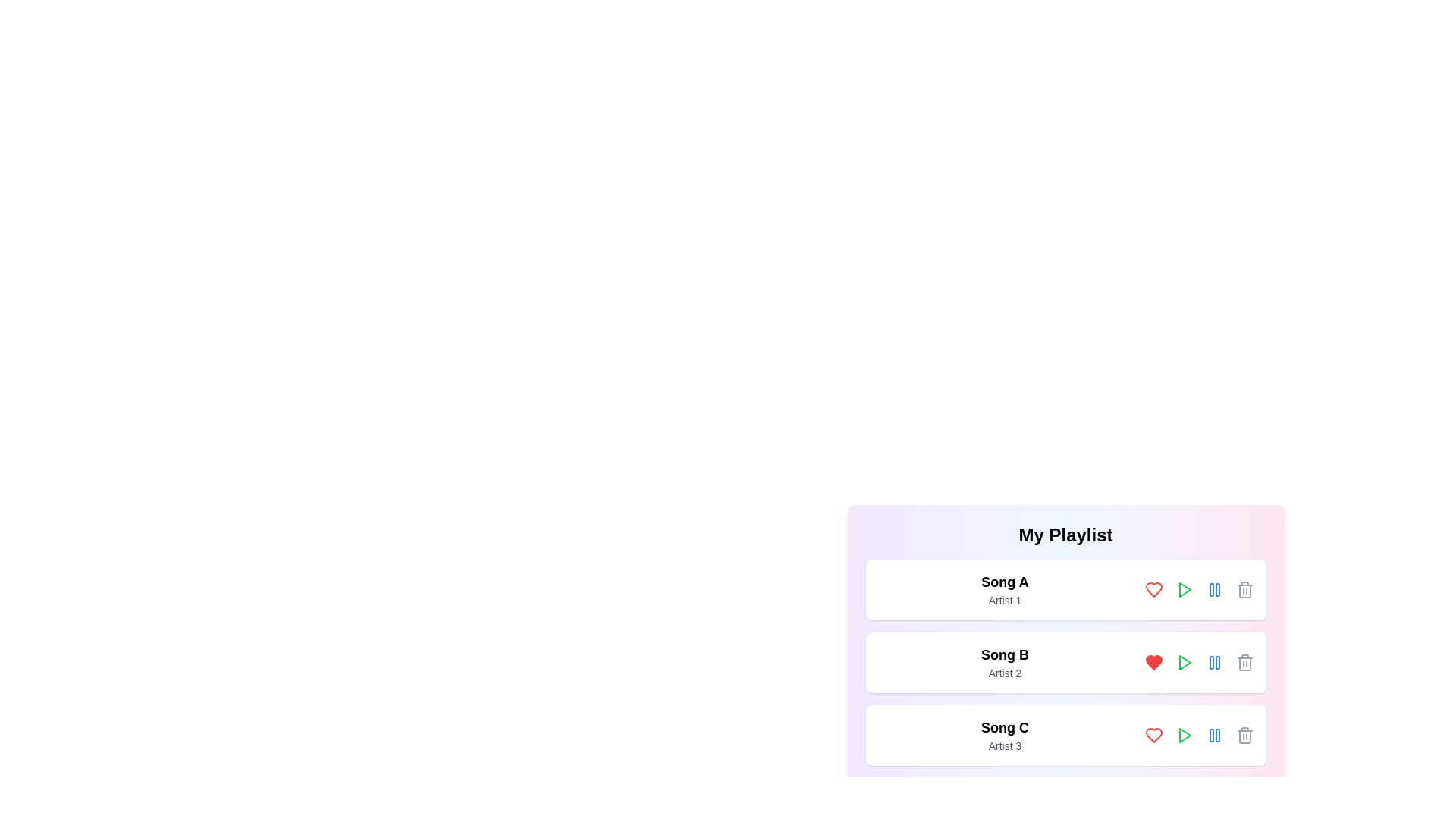 This screenshot has height=819, width=1456. I want to click on the play button for Song A, so click(1183, 589).